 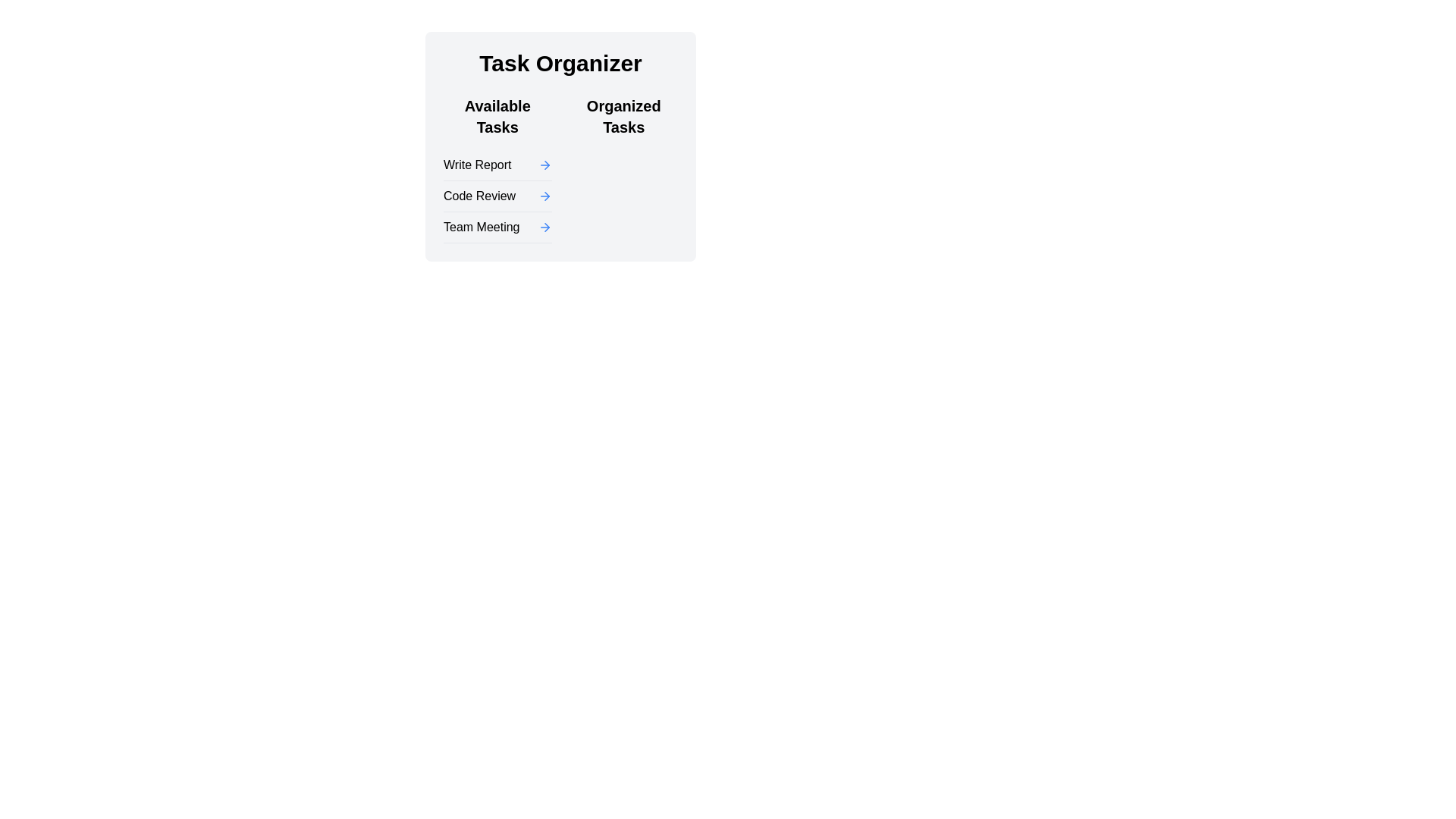 I want to click on the 'Write Report' text label located in the 'Available Tasks' section of the Task Organizer interface, so click(x=476, y=165).